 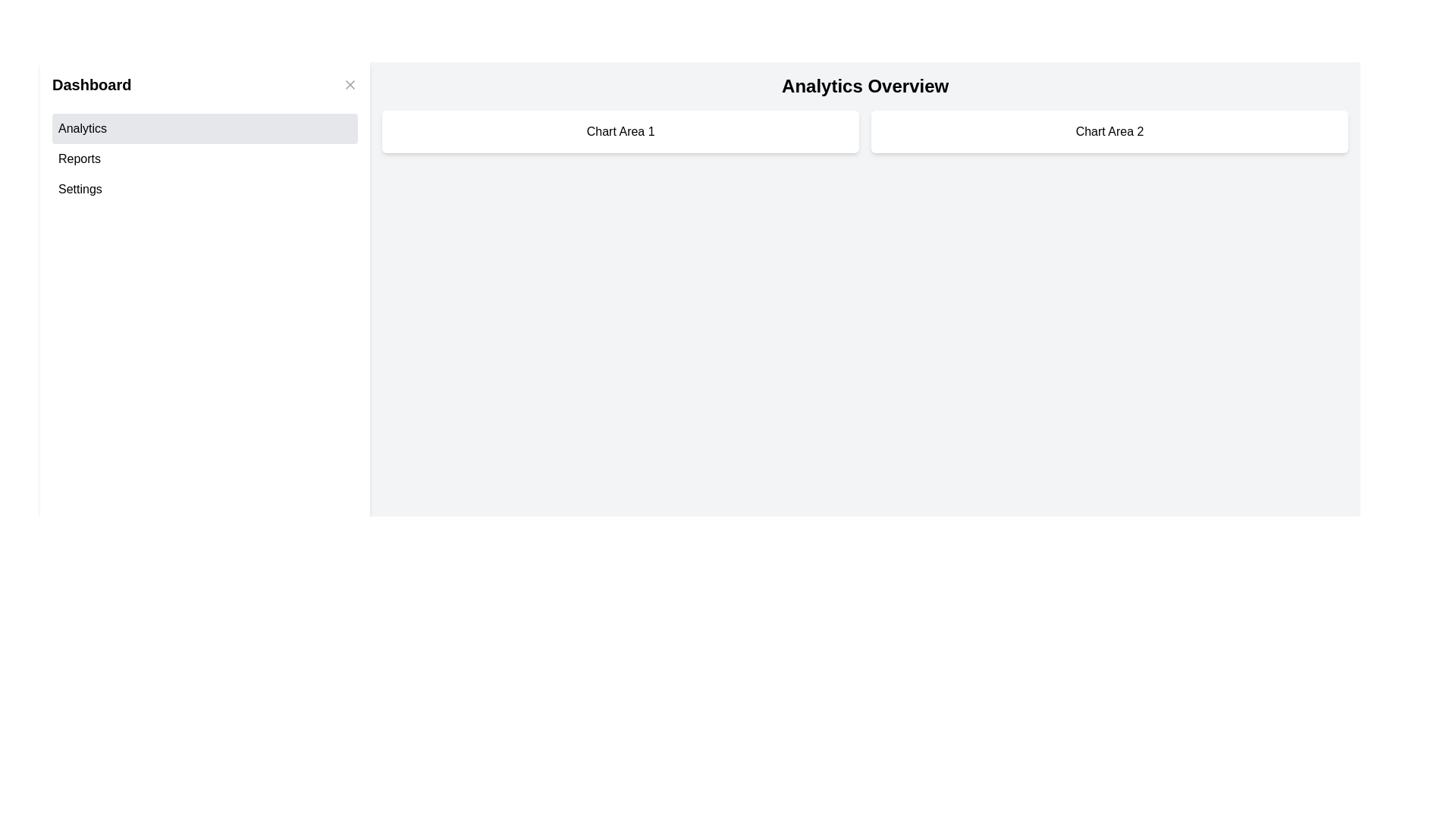 What do you see at coordinates (1109, 130) in the screenshot?
I see `the section header for 'Chart Area 2', located in the top-right portion of the main content area, part of a two-column grid layout, and positioned directly to the right of 'Chart Area 1'` at bounding box center [1109, 130].